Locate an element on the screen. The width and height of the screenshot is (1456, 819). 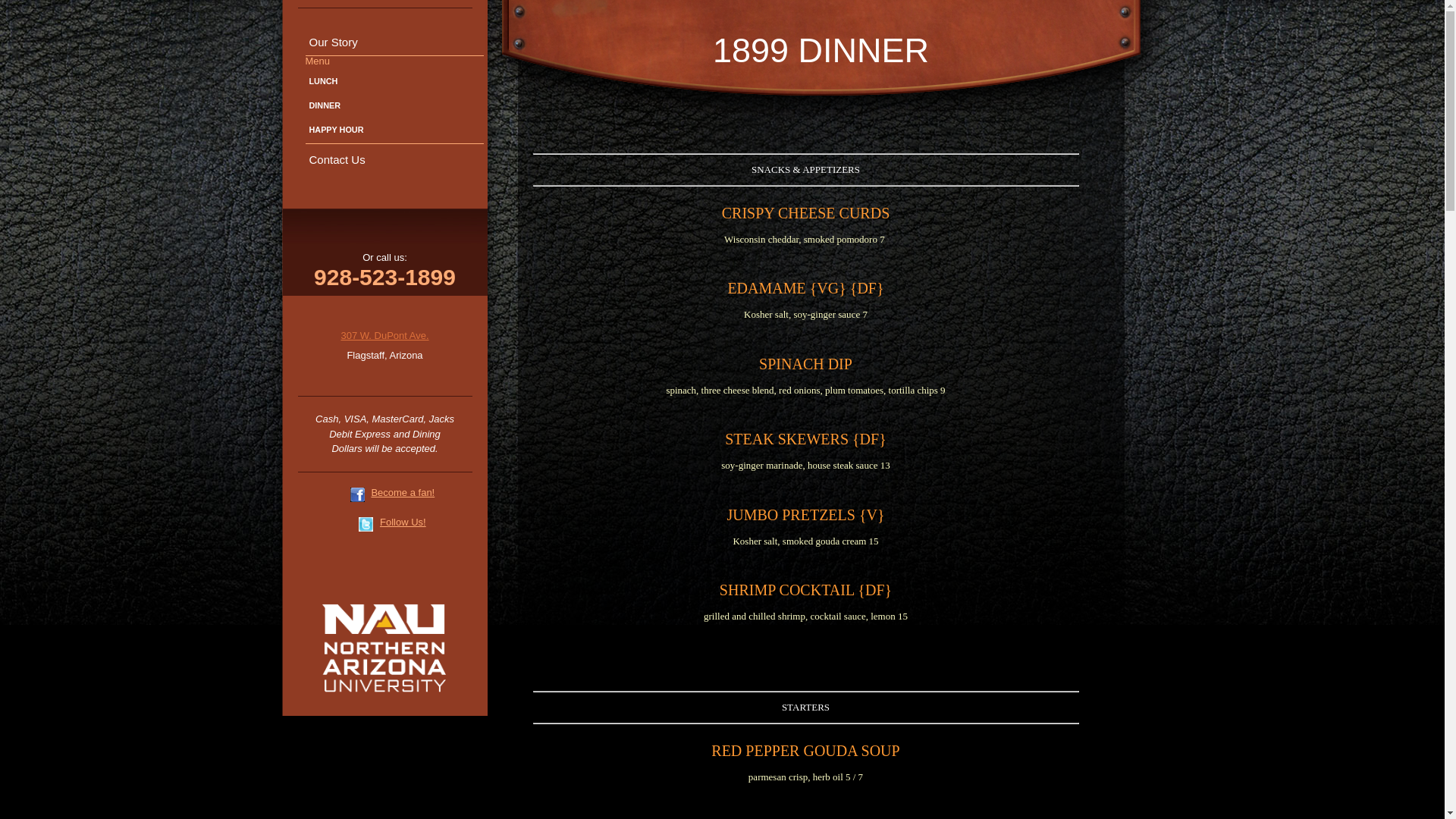
'Our Story' is located at coordinates (394, 41).